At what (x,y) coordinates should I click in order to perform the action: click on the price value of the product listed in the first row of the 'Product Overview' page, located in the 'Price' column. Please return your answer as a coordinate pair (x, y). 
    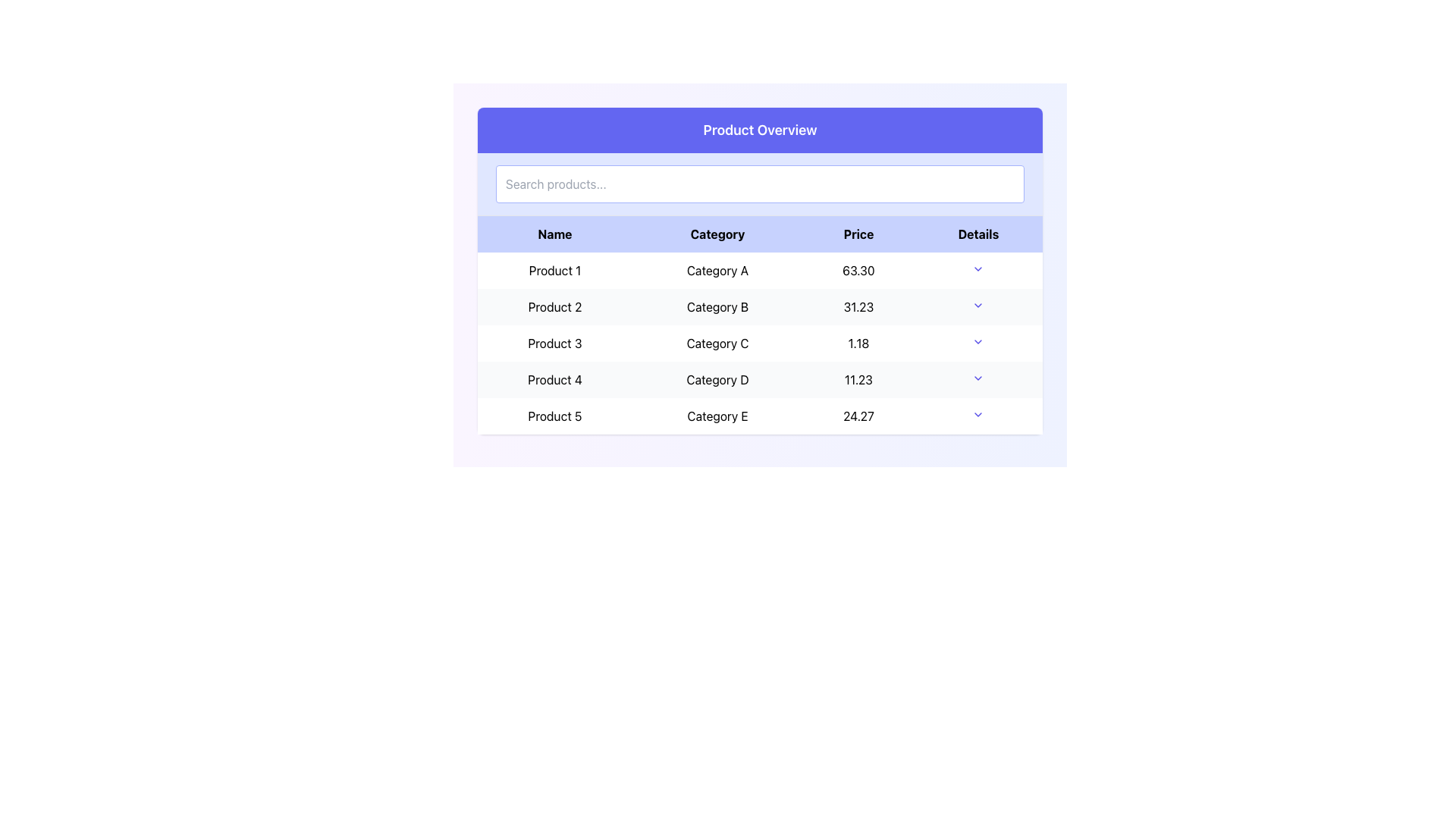
    Looking at the image, I should click on (858, 270).